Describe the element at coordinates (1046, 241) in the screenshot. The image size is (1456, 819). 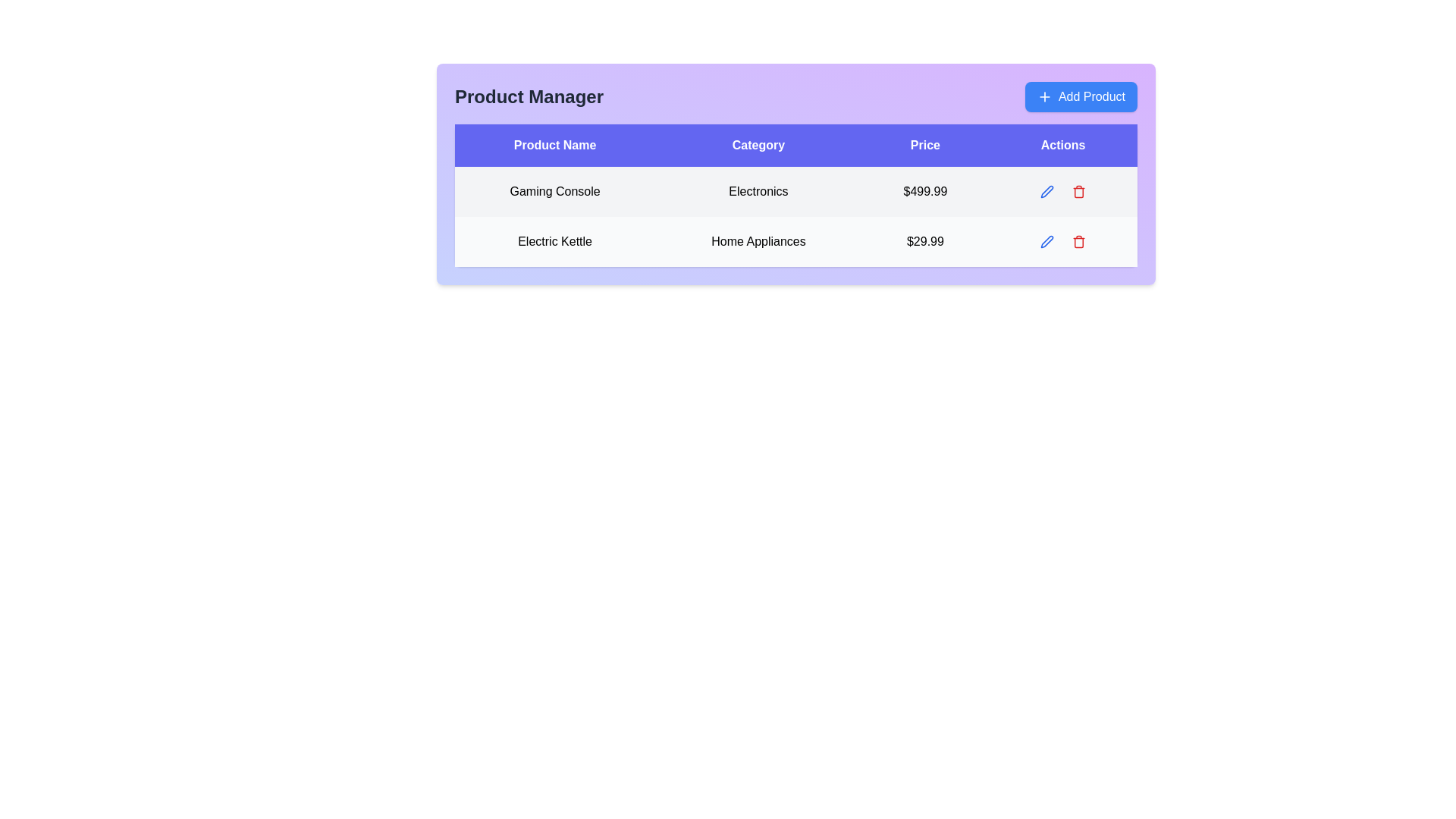
I see `the edit action button (SVG Icon) located in the 'Actions' column of the second row of the table` at that location.